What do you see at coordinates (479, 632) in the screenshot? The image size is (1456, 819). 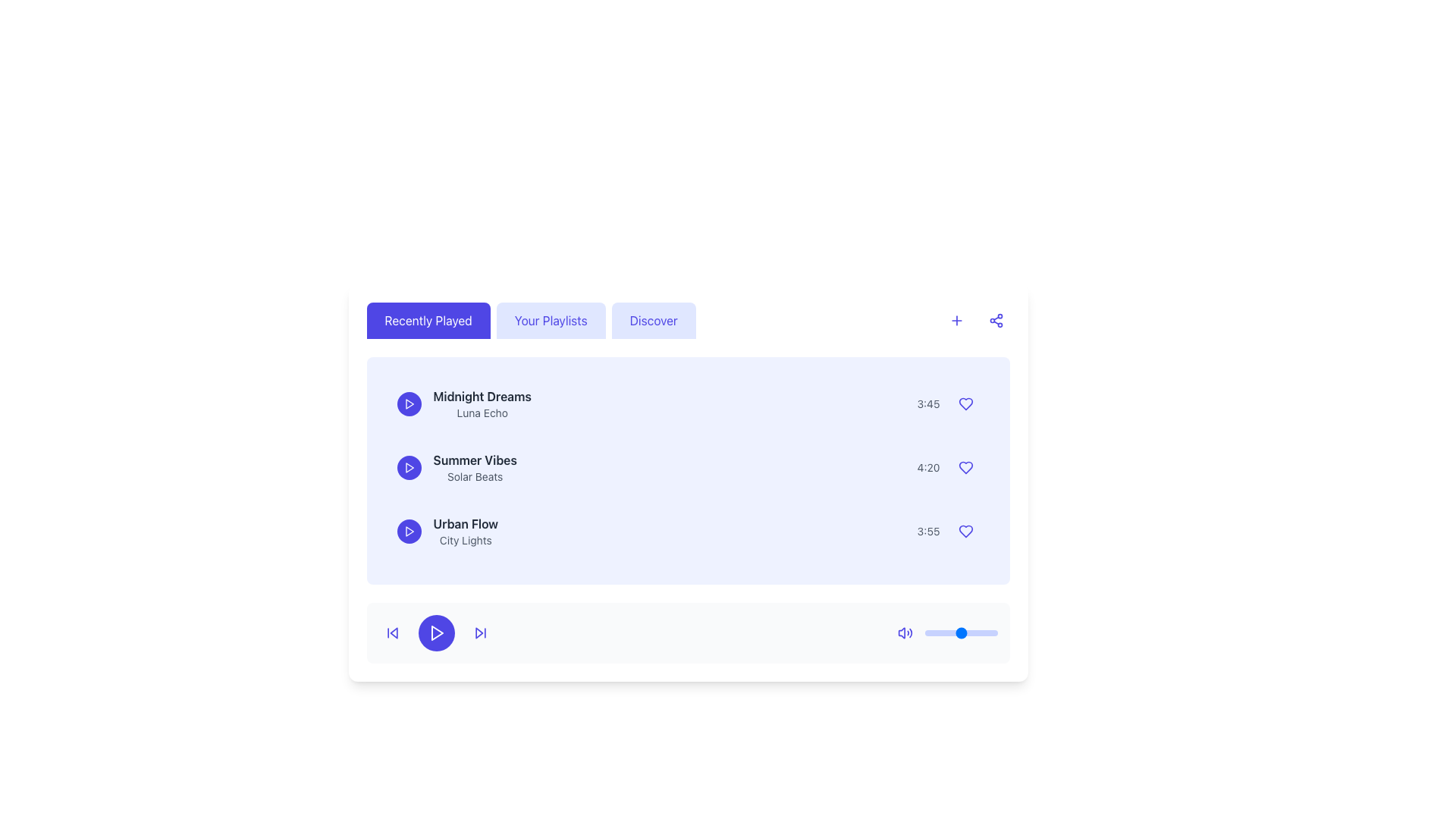 I see `the 'skip forward' button, which is the third button in the bottom control bar, featuring an indigo-colored triangle and vertical bar icon, to skip to the next track` at bounding box center [479, 632].